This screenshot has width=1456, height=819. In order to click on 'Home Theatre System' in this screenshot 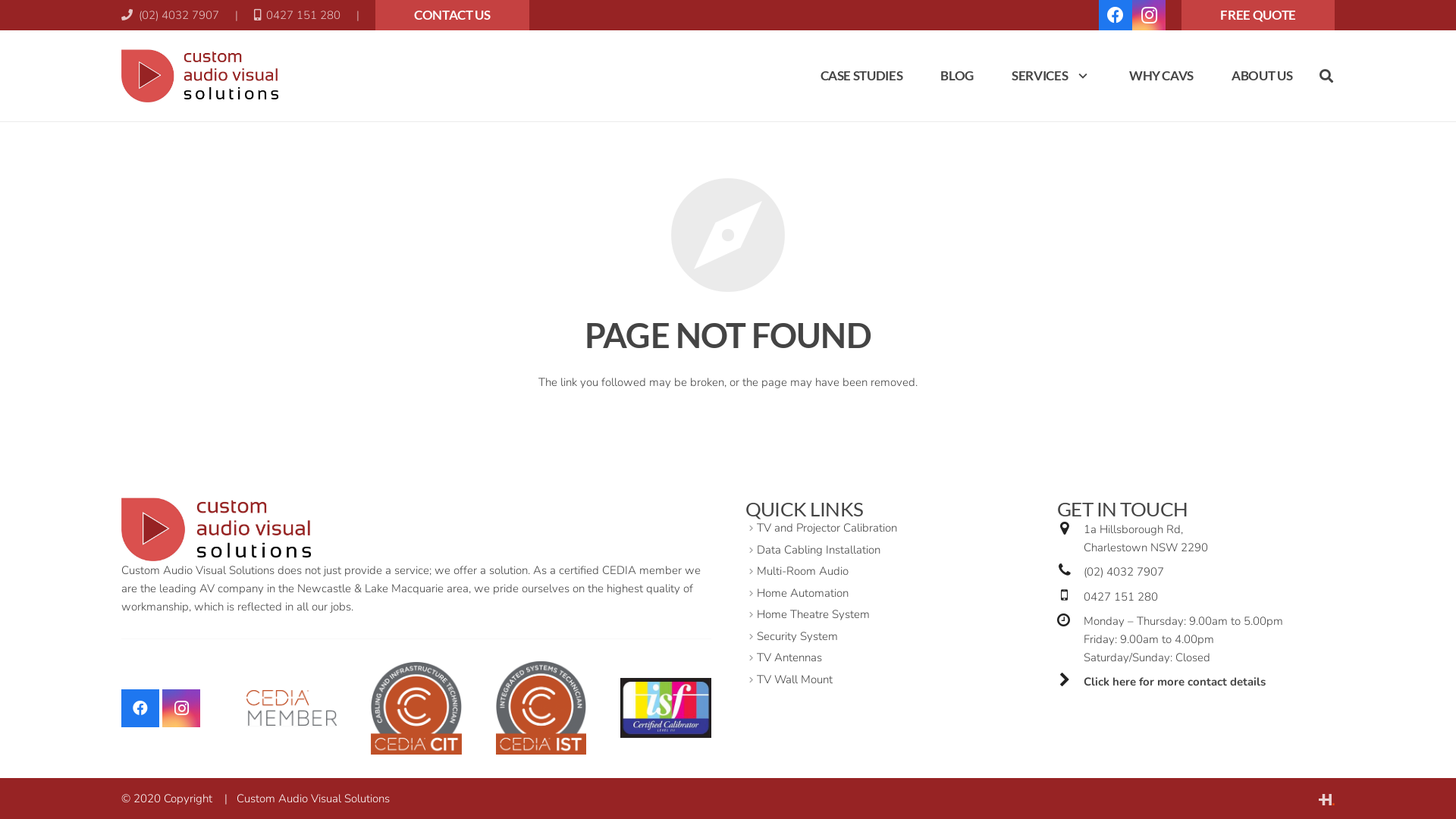, I will do `click(812, 614)`.